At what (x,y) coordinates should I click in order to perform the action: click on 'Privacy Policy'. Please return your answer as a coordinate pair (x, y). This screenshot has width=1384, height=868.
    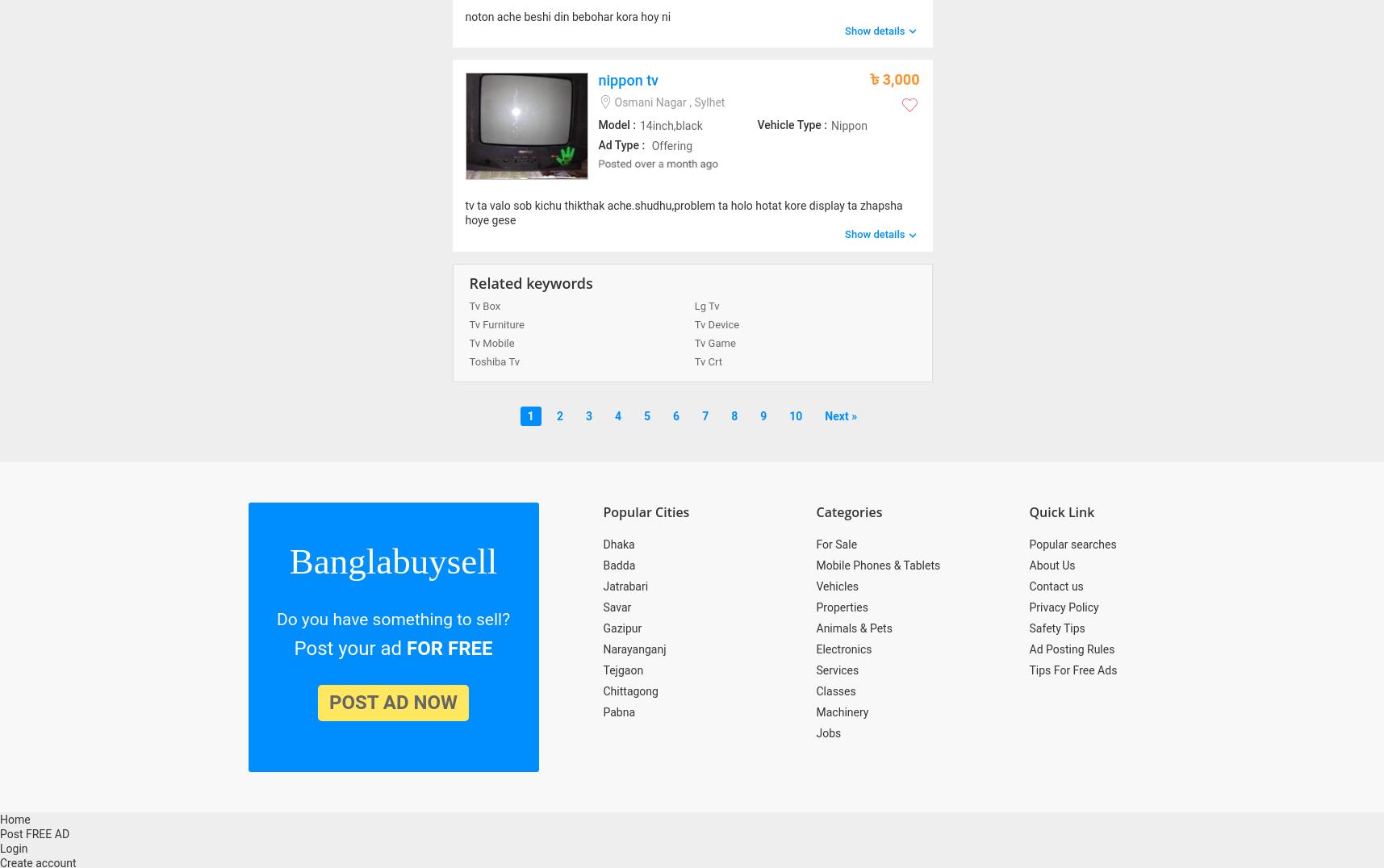
    Looking at the image, I should click on (1062, 606).